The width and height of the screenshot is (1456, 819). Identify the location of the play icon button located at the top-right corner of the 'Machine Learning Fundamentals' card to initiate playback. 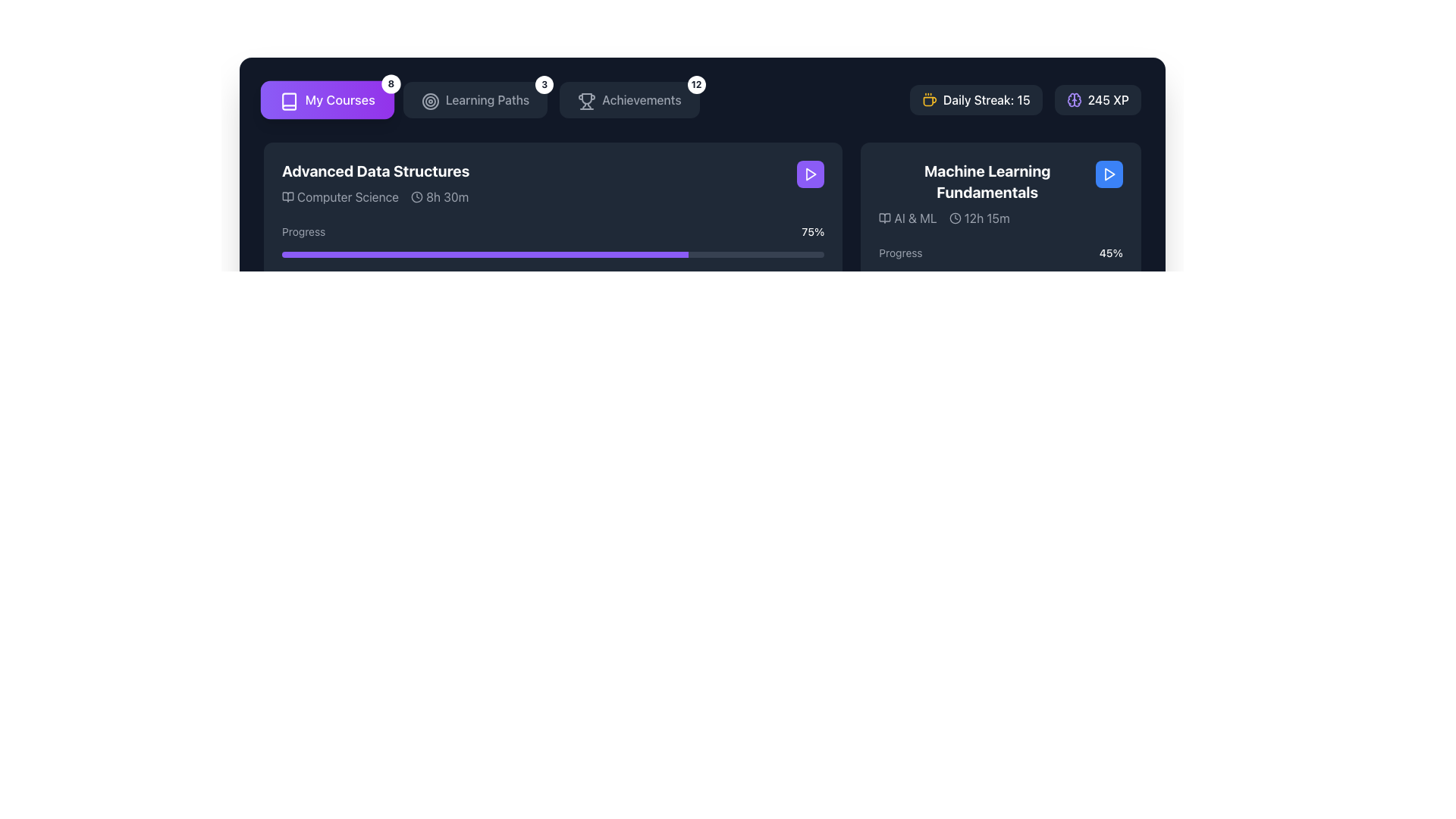
(1109, 174).